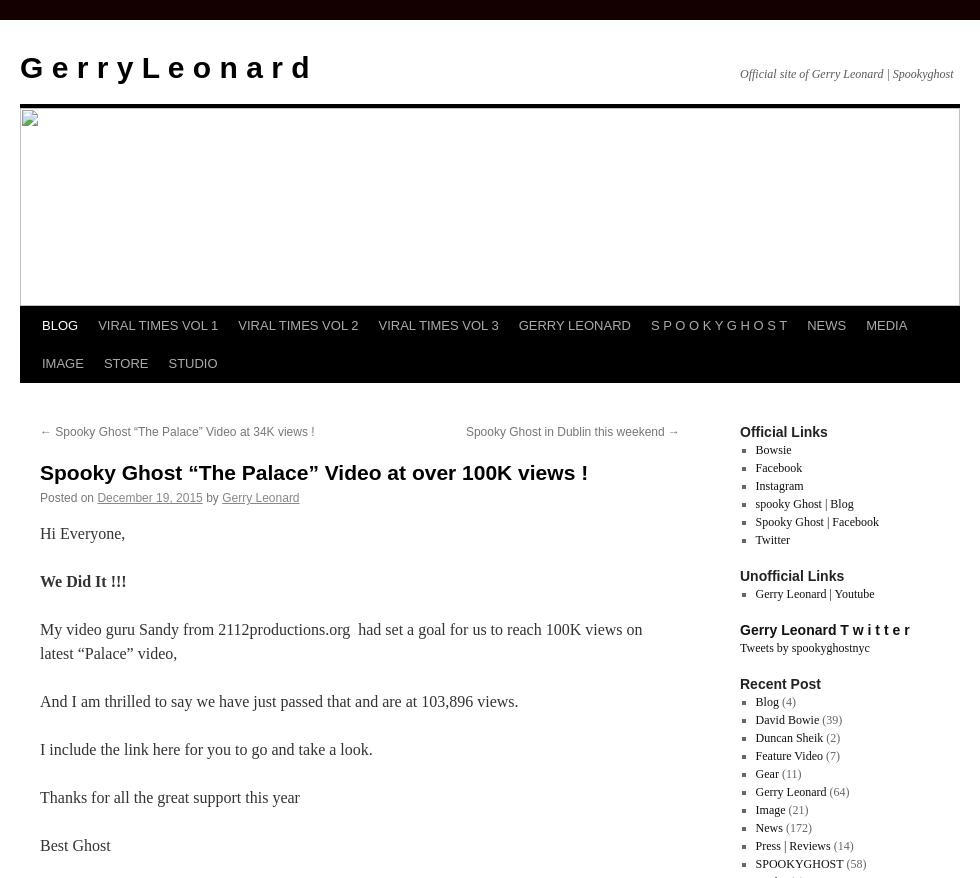  What do you see at coordinates (67, 498) in the screenshot?
I see `'Posted on'` at bounding box center [67, 498].